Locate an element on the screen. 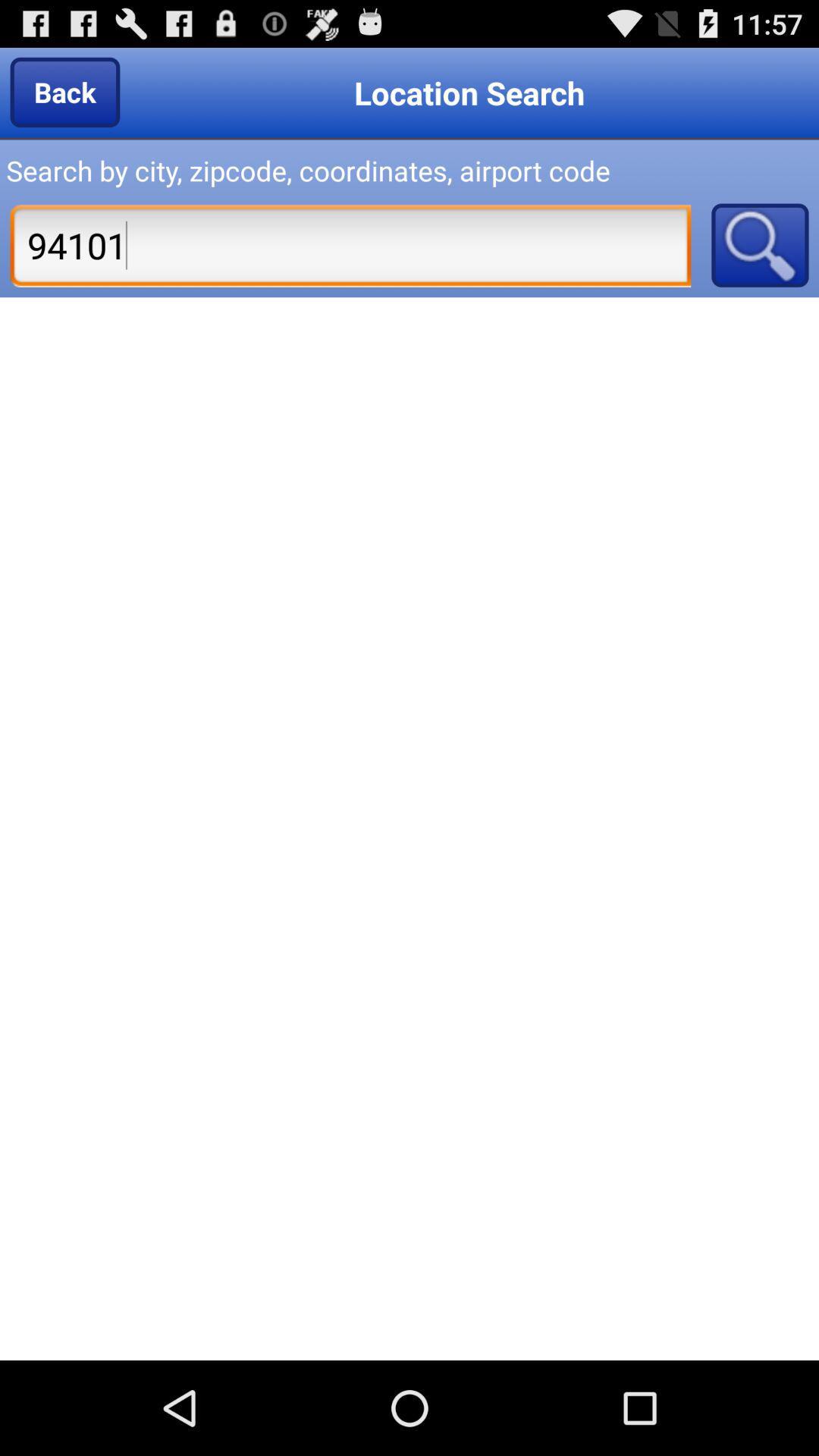 This screenshot has width=819, height=1456. the back icon is located at coordinates (64, 91).